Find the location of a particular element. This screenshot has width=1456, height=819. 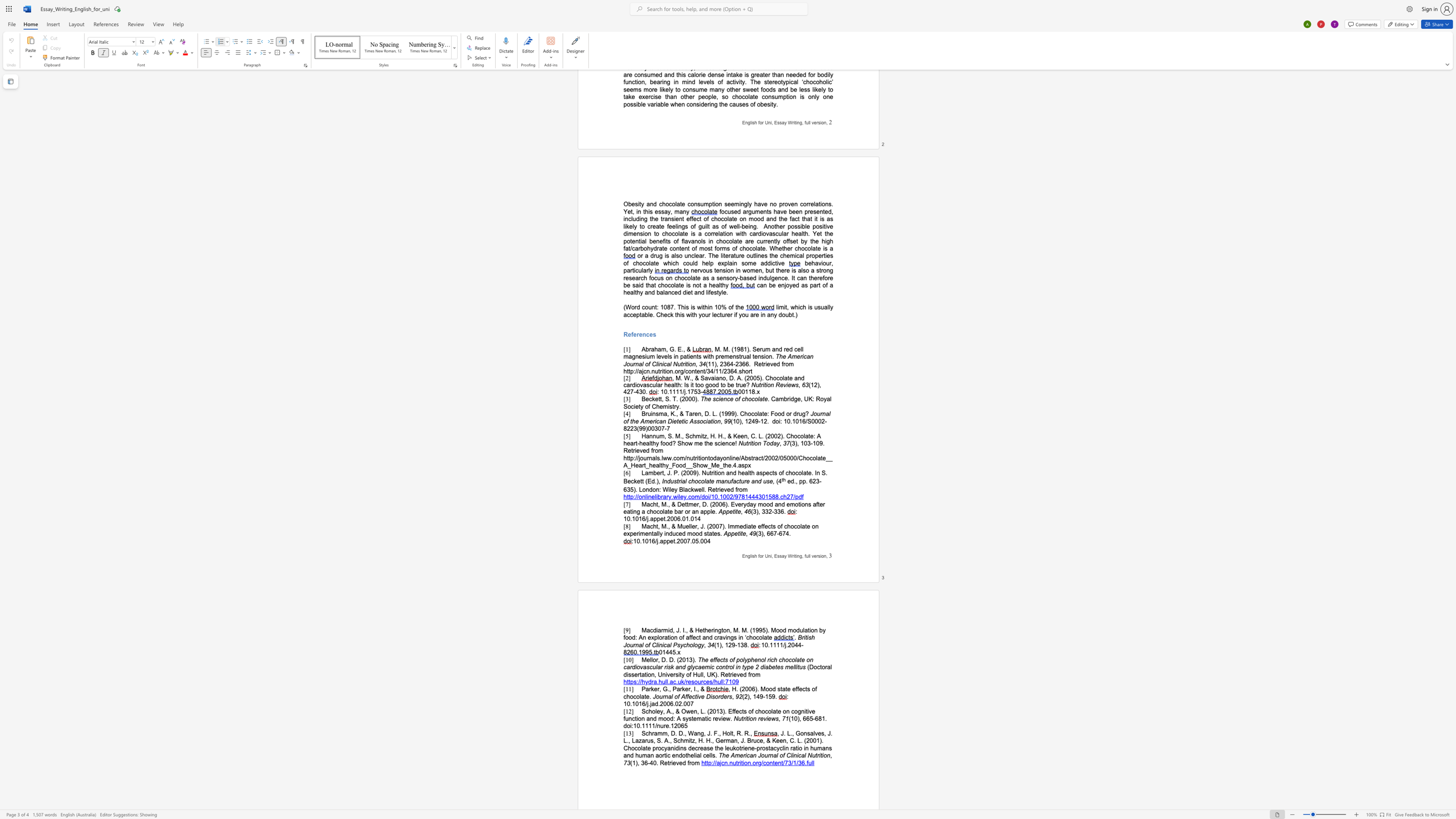

the space between the continuous character "t" and "a" in the text is located at coordinates (770, 747).